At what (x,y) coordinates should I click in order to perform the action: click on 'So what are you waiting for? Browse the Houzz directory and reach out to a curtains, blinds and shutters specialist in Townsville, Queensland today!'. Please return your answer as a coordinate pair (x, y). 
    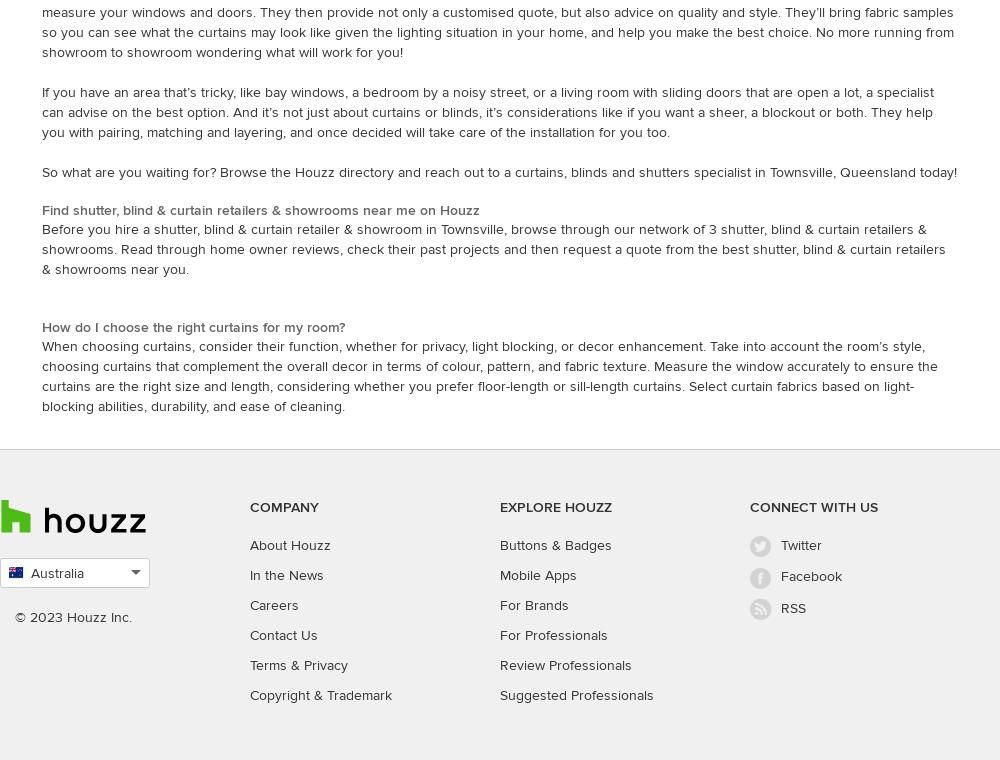
    Looking at the image, I should click on (498, 171).